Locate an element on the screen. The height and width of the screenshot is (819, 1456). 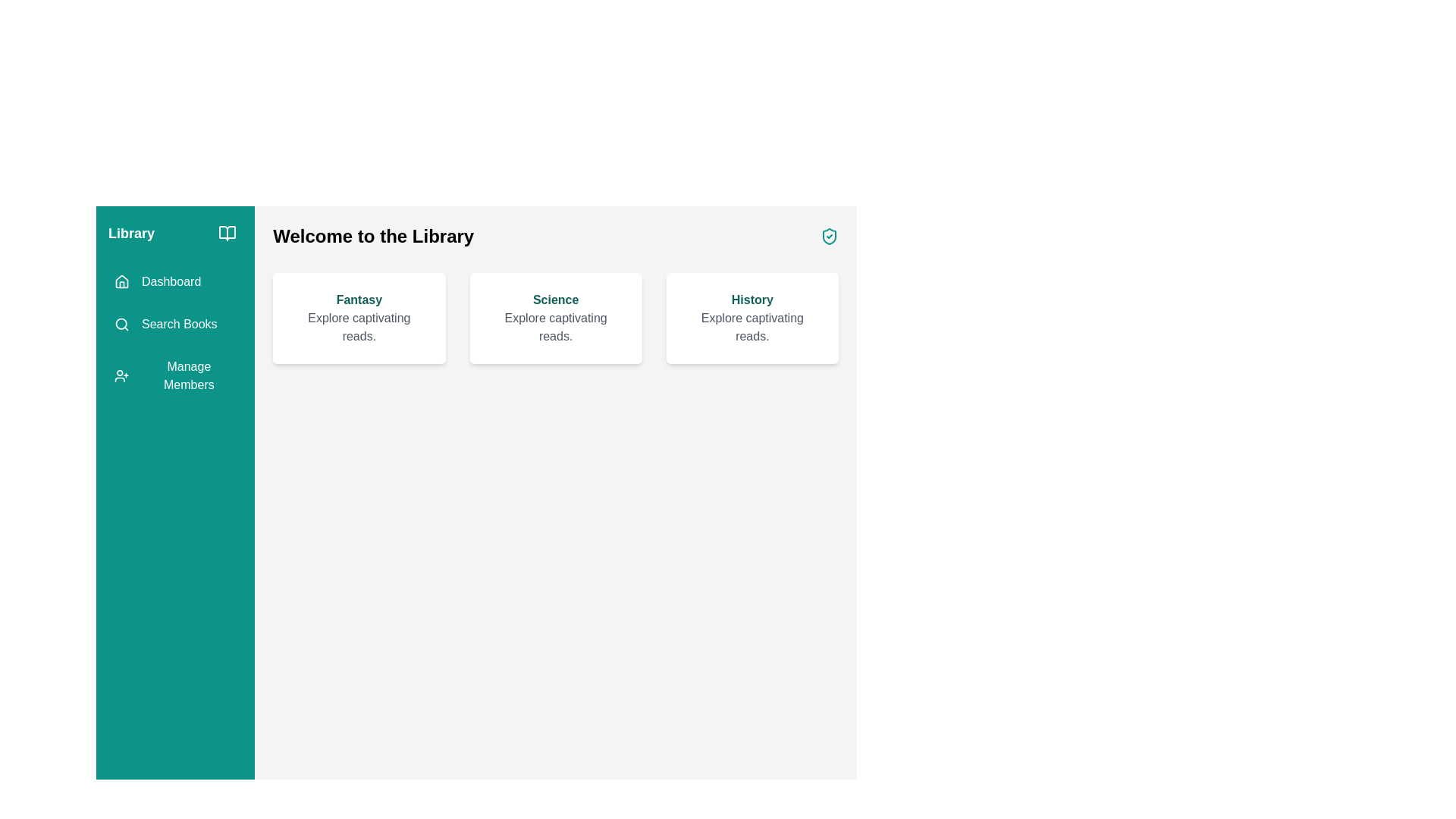
text label that serves as the title for the 'History' card, which is located at the top of the rightmost card in a row of three cards in the Library application interface is located at coordinates (752, 300).